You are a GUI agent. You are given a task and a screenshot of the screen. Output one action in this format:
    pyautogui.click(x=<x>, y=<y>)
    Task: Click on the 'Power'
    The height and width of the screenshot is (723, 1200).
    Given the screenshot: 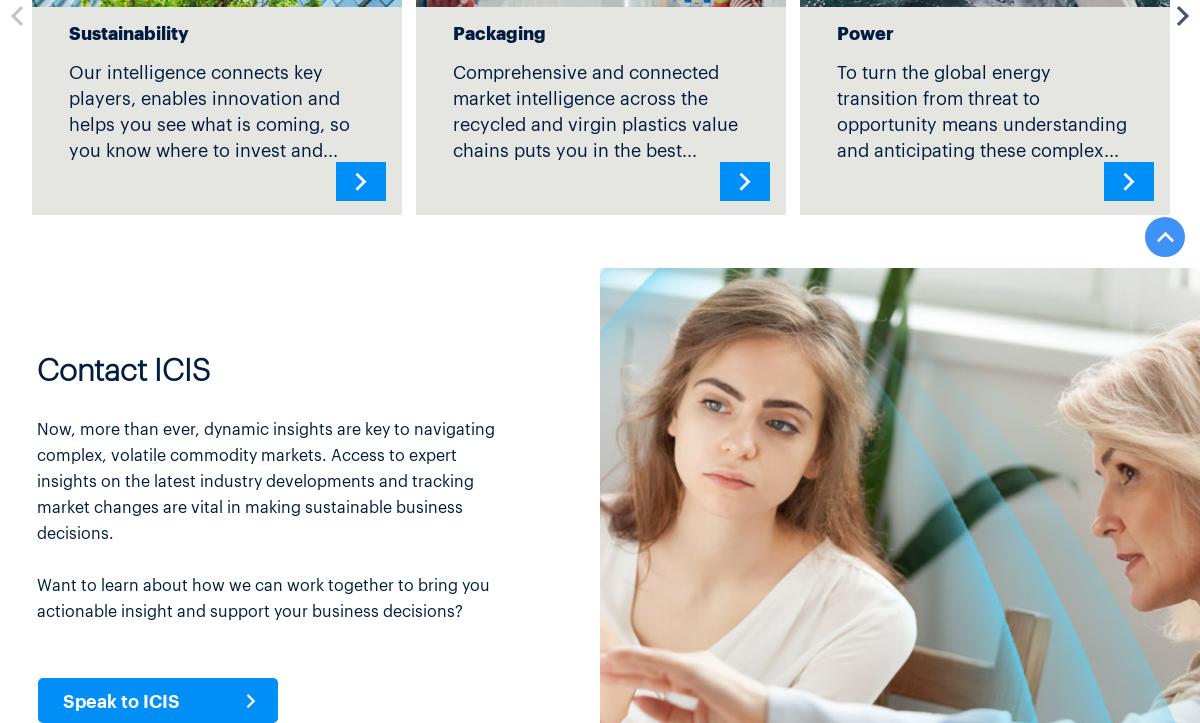 What is the action you would take?
    pyautogui.click(x=836, y=32)
    